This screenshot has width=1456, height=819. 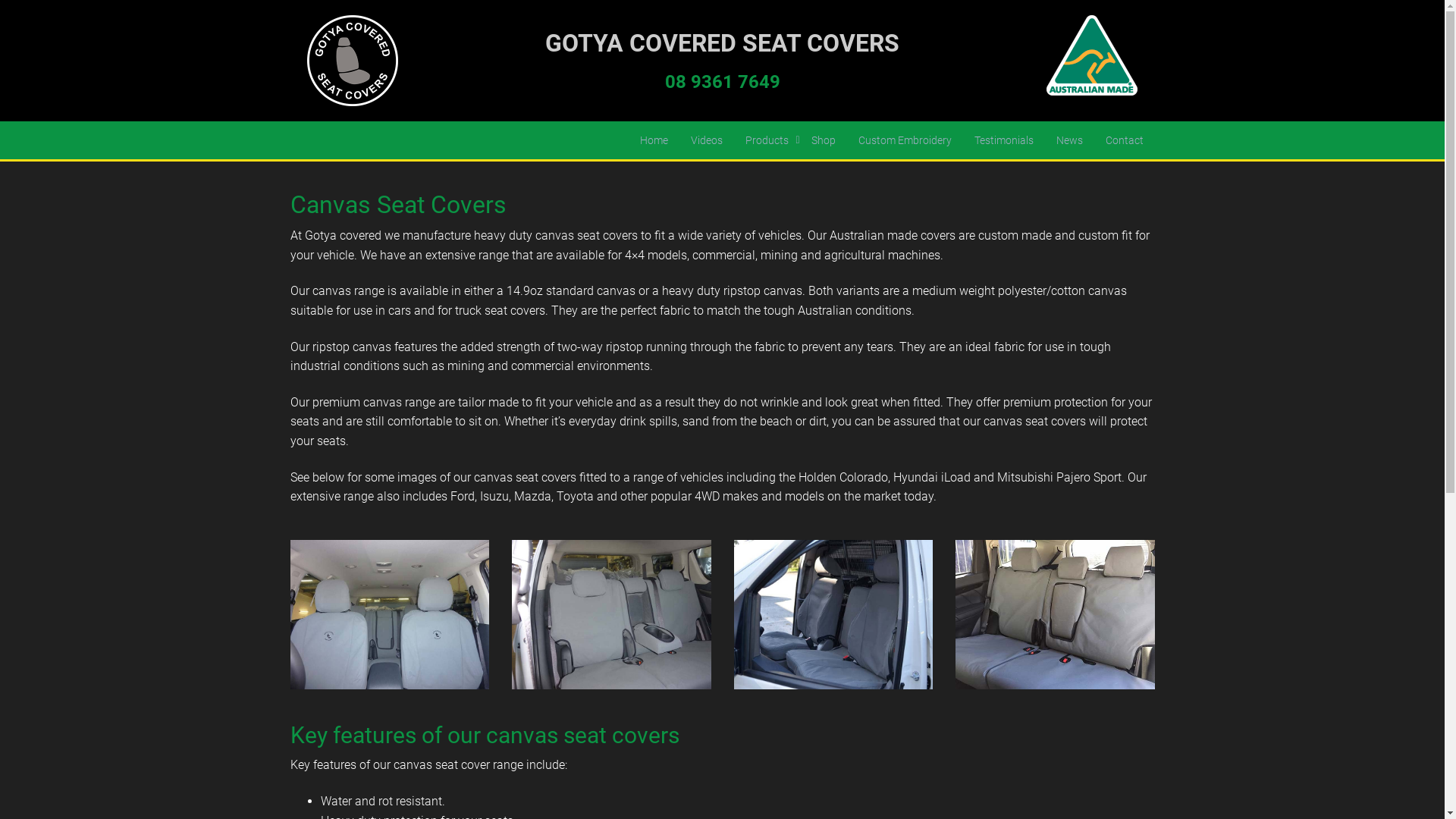 What do you see at coordinates (1043, 140) in the screenshot?
I see `'News'` at bounding box center [1043, 140].